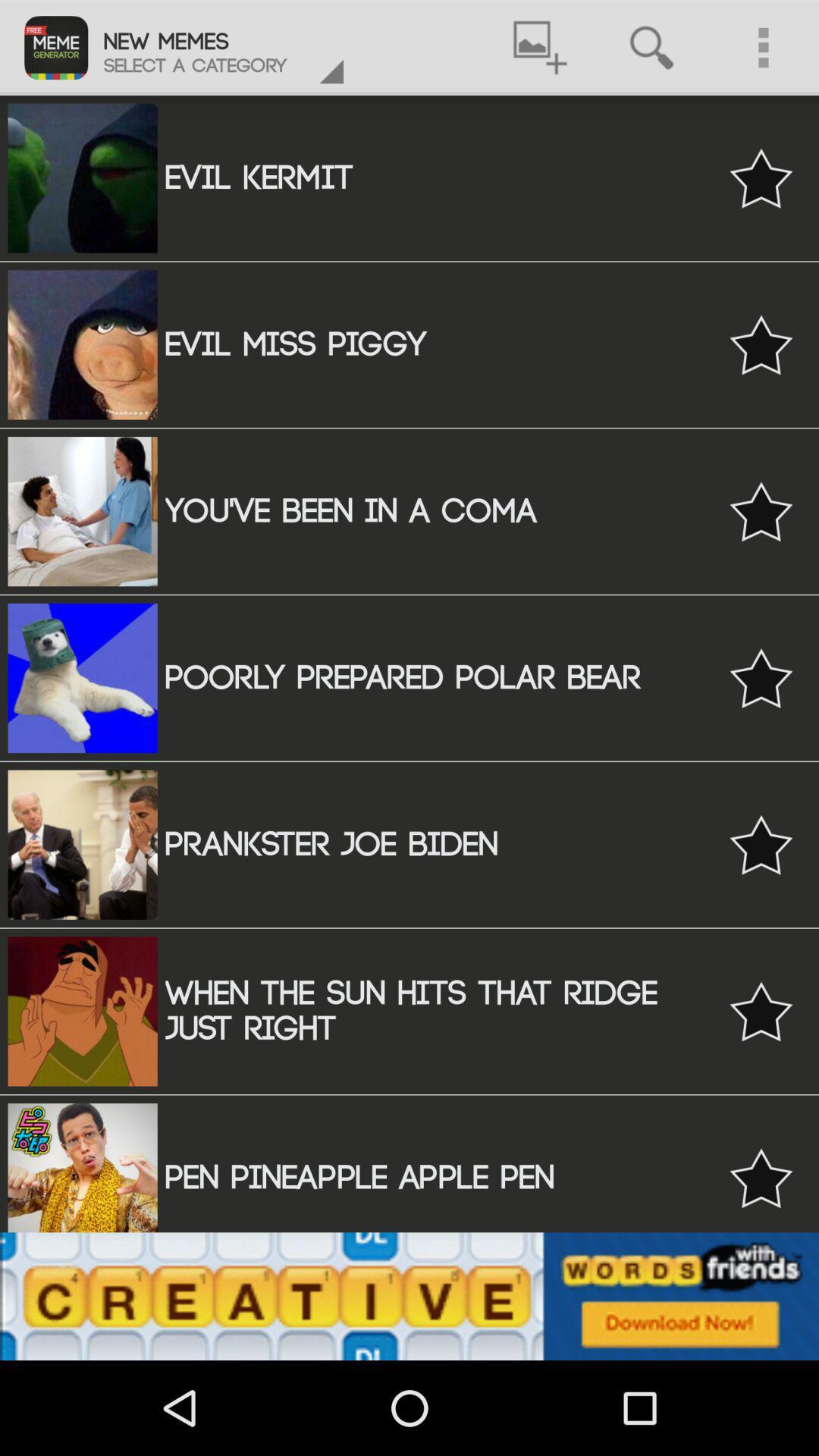 This screenshot has width=819, height=1456. Describe the element at coordinates (761, 178) in the screenshot. I see `mark evil kermit as favorite` at that location.